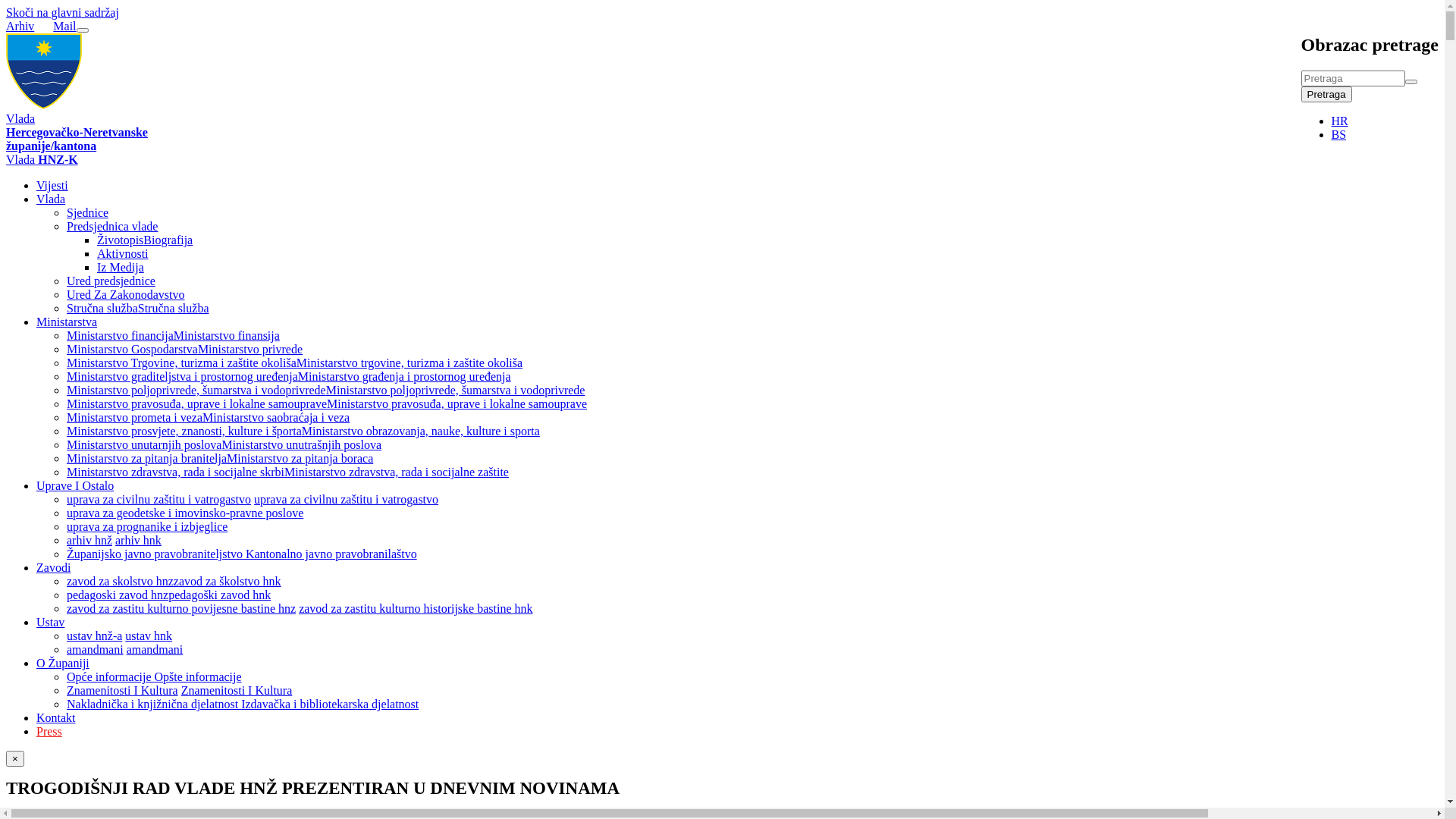  I want to click on 'uprava za geodetske i imovinsko-pravne poslove', so click(184, 512).